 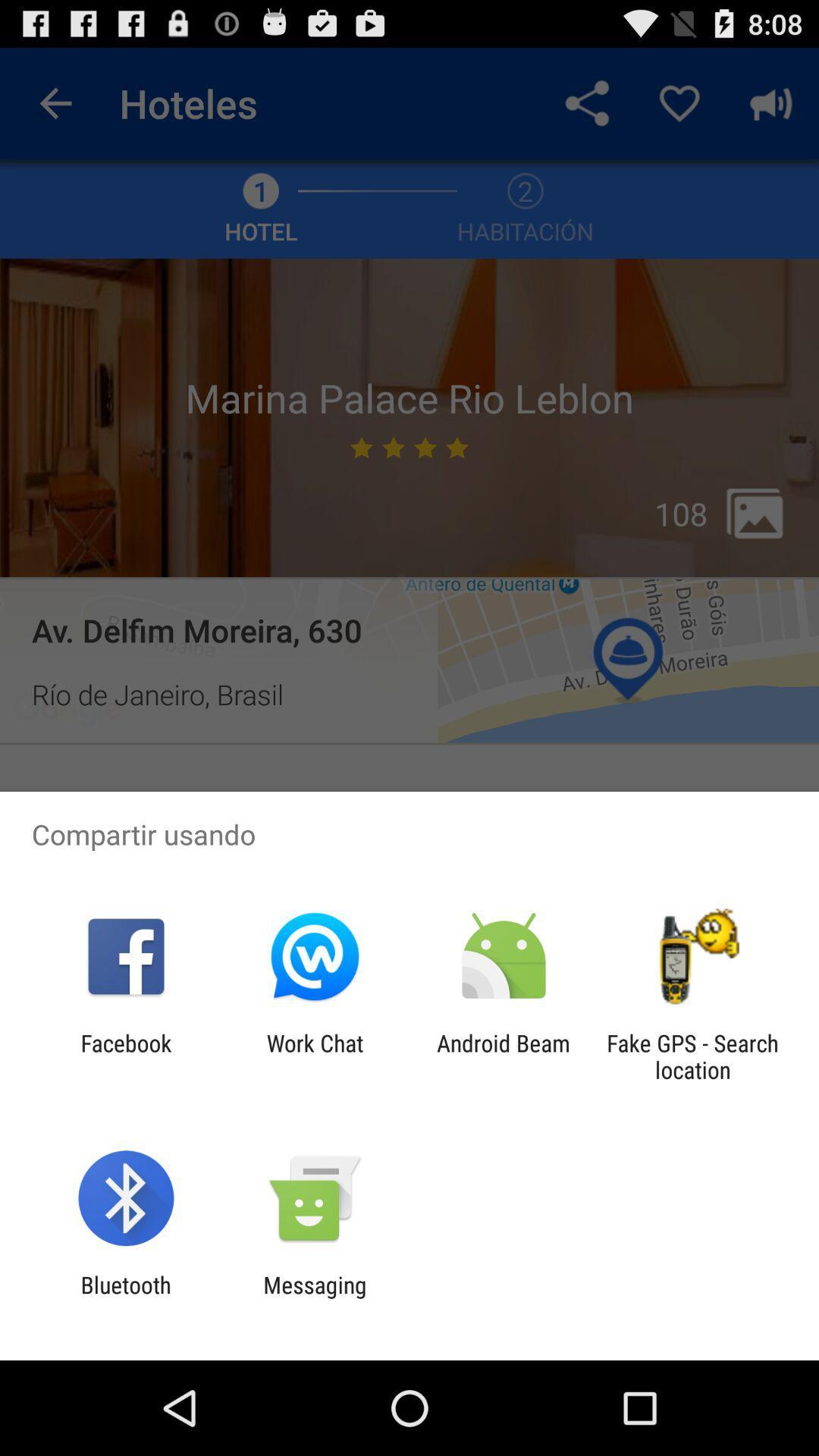 What do you see at coordinates (504, 1056) in the screenshot?
I see `the icon to the left of the fake gps search app` at bounding box center [504, 1056].